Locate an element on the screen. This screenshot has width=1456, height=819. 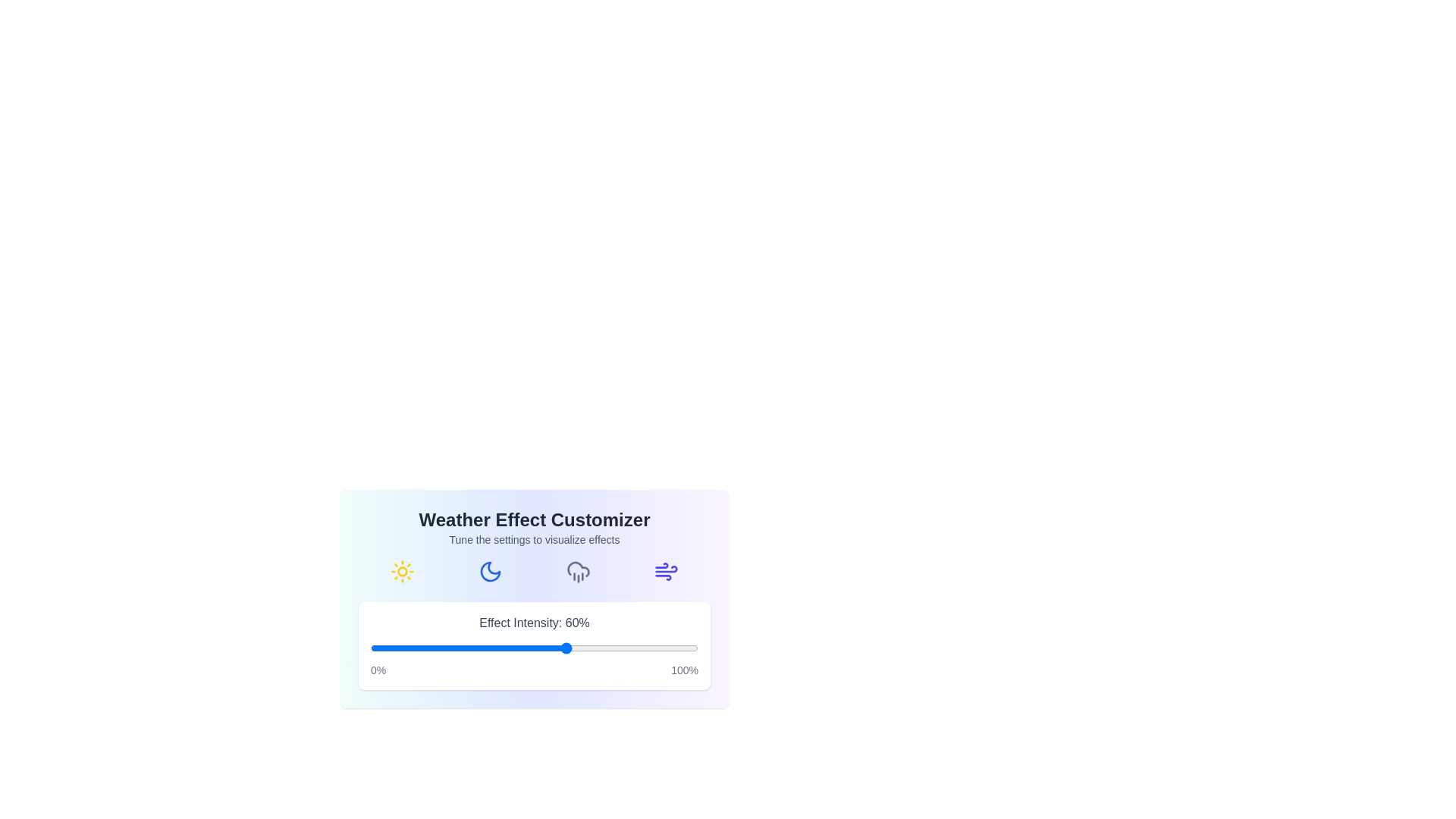
the supplementary text label 'Tune the settings to visualize effects', which is styled in small gray text and located directly below the title 'Weather Effect Customizer' is located at coordinates (535, 539).